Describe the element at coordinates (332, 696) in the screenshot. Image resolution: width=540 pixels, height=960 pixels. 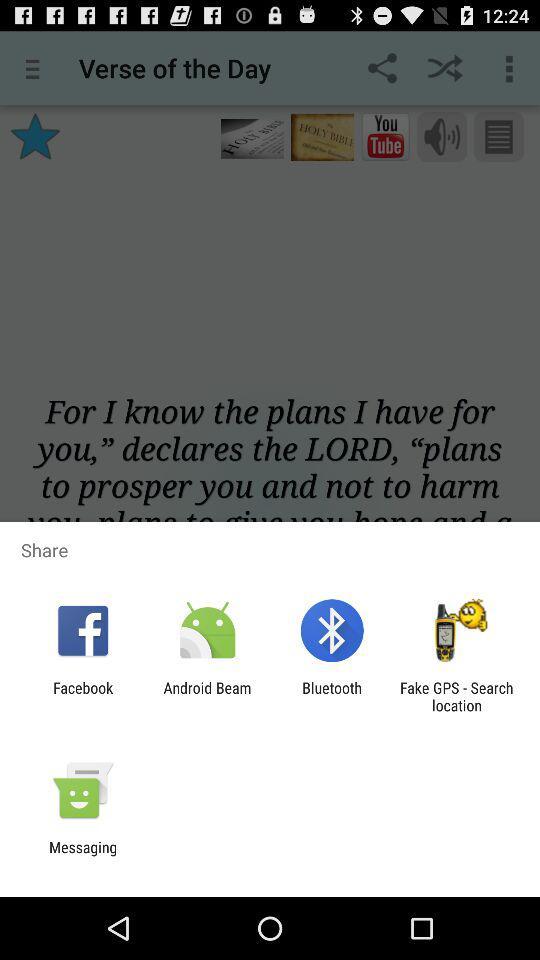
I see `the app next to fake gps search item` at that location.